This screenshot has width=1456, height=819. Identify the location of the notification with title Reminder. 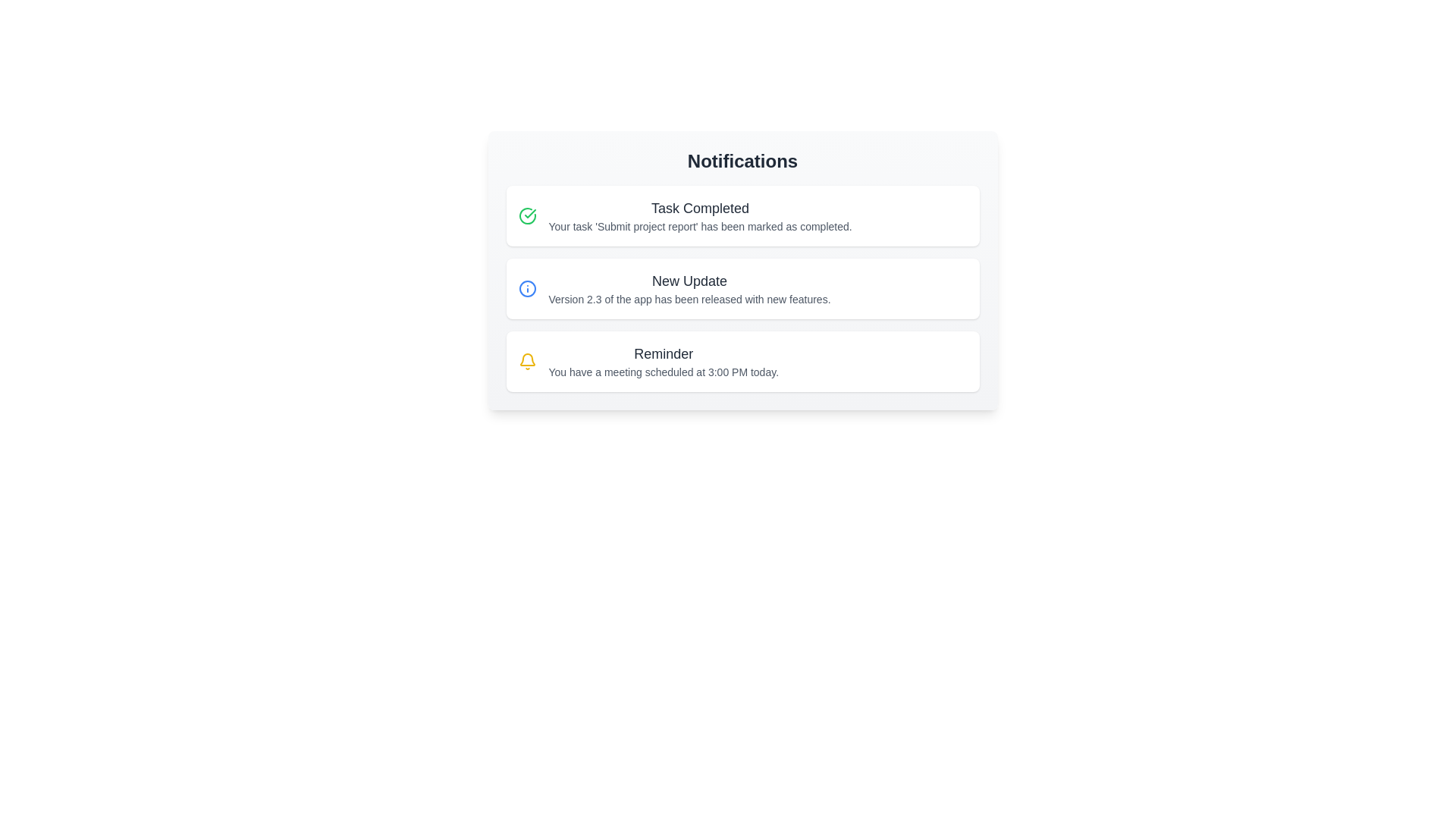
(742, 362).